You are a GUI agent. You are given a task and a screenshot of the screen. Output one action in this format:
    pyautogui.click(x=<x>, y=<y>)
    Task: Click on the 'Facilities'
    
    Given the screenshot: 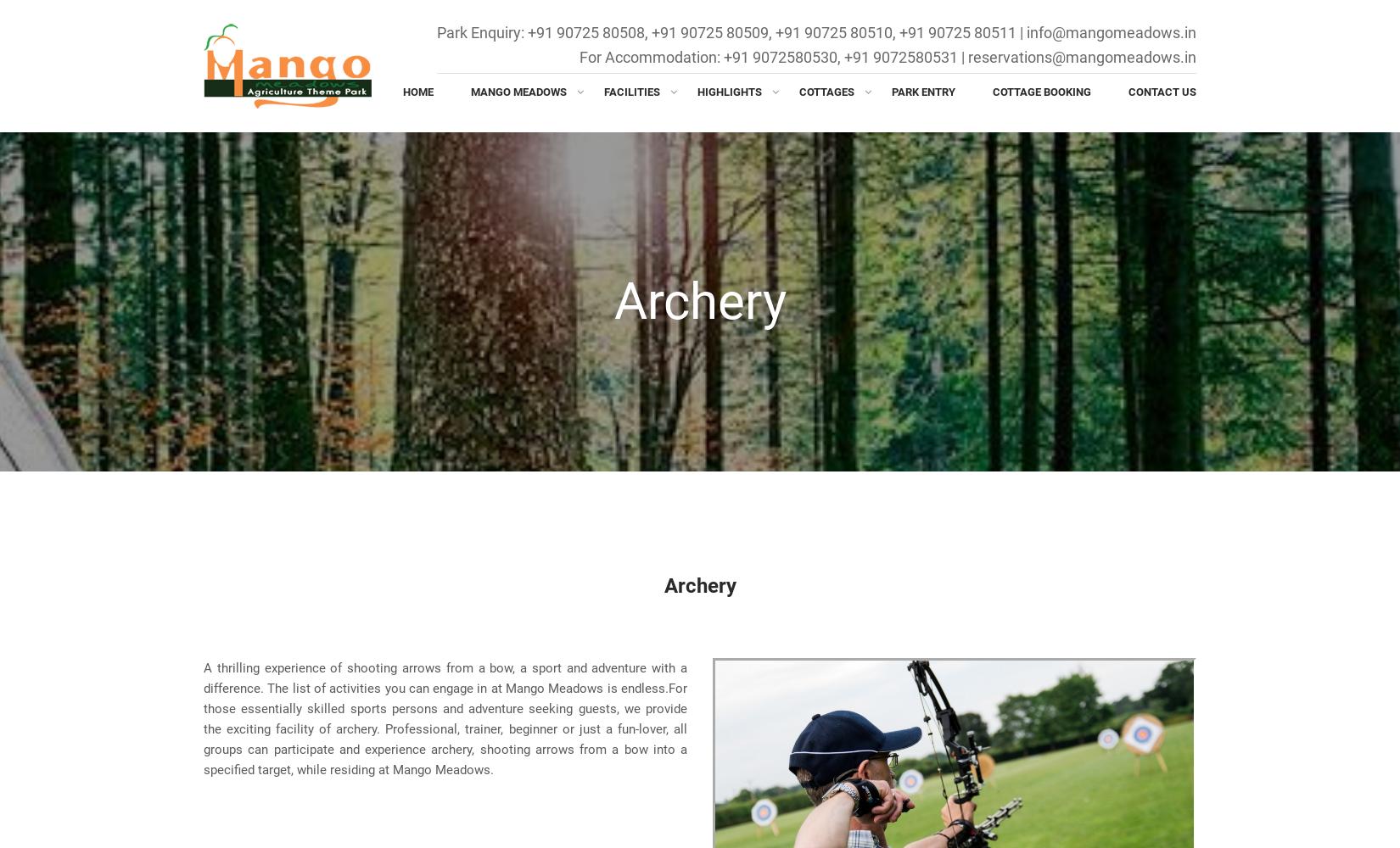 What is the action you would take?
    pyautogui.click(x=630, y=91)
    